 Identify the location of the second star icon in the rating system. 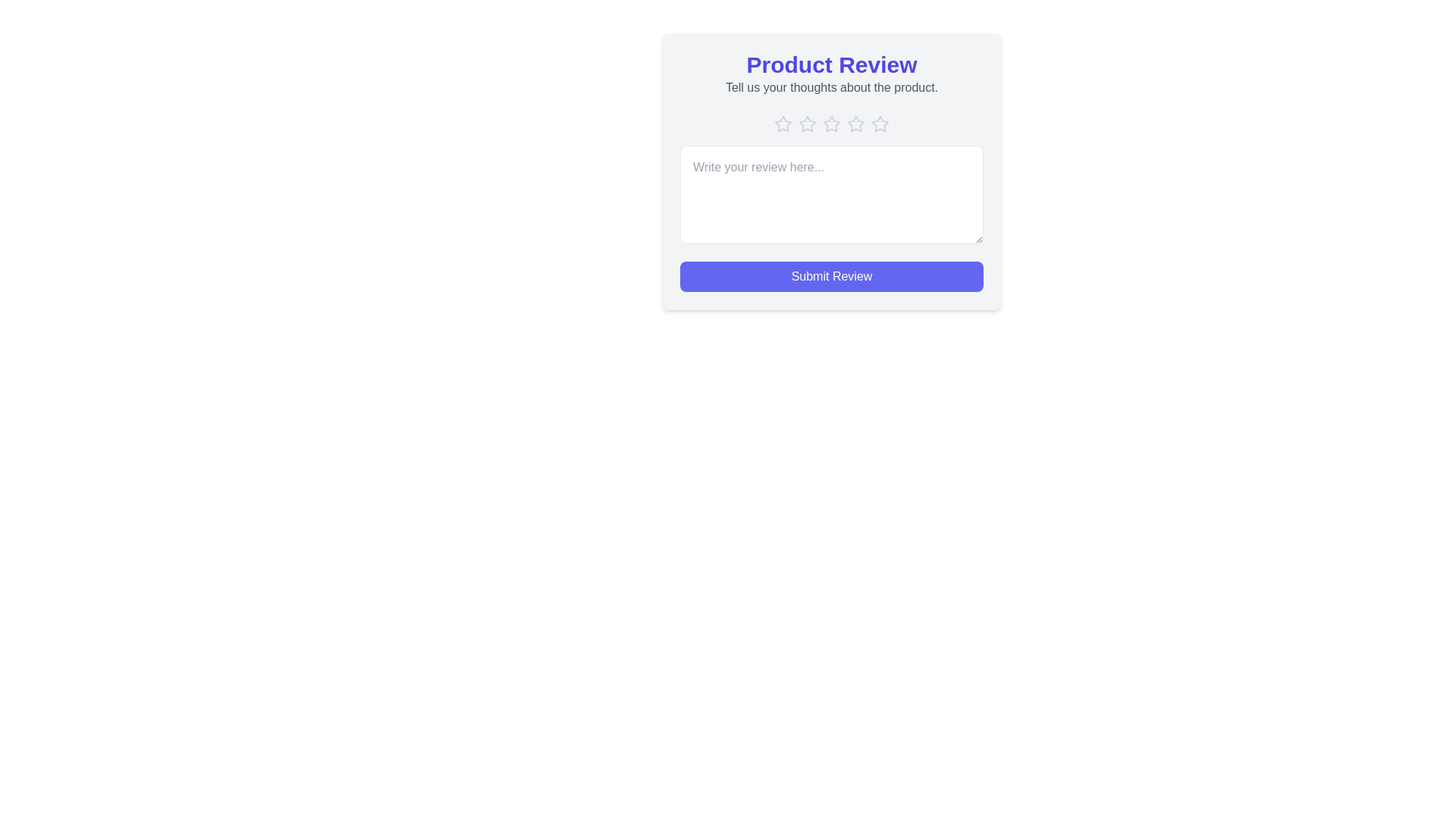
(807, 123).